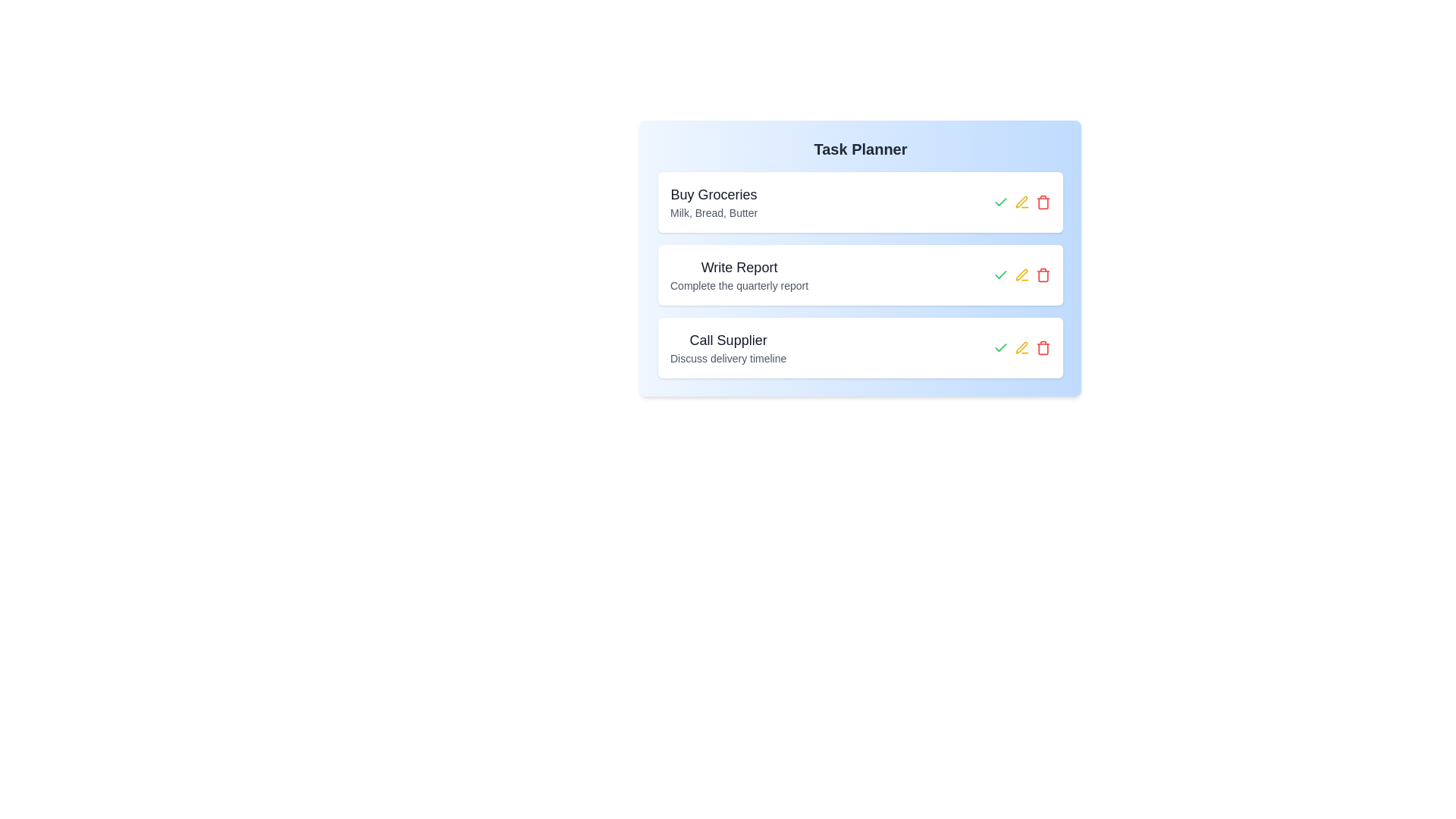 This screenshot has height=819, width=1456. What do you see at coordinates (1022, 348) in the screenshot?
I see `the edit button for the task Call Supplier` at bounding box center [1022, 348].